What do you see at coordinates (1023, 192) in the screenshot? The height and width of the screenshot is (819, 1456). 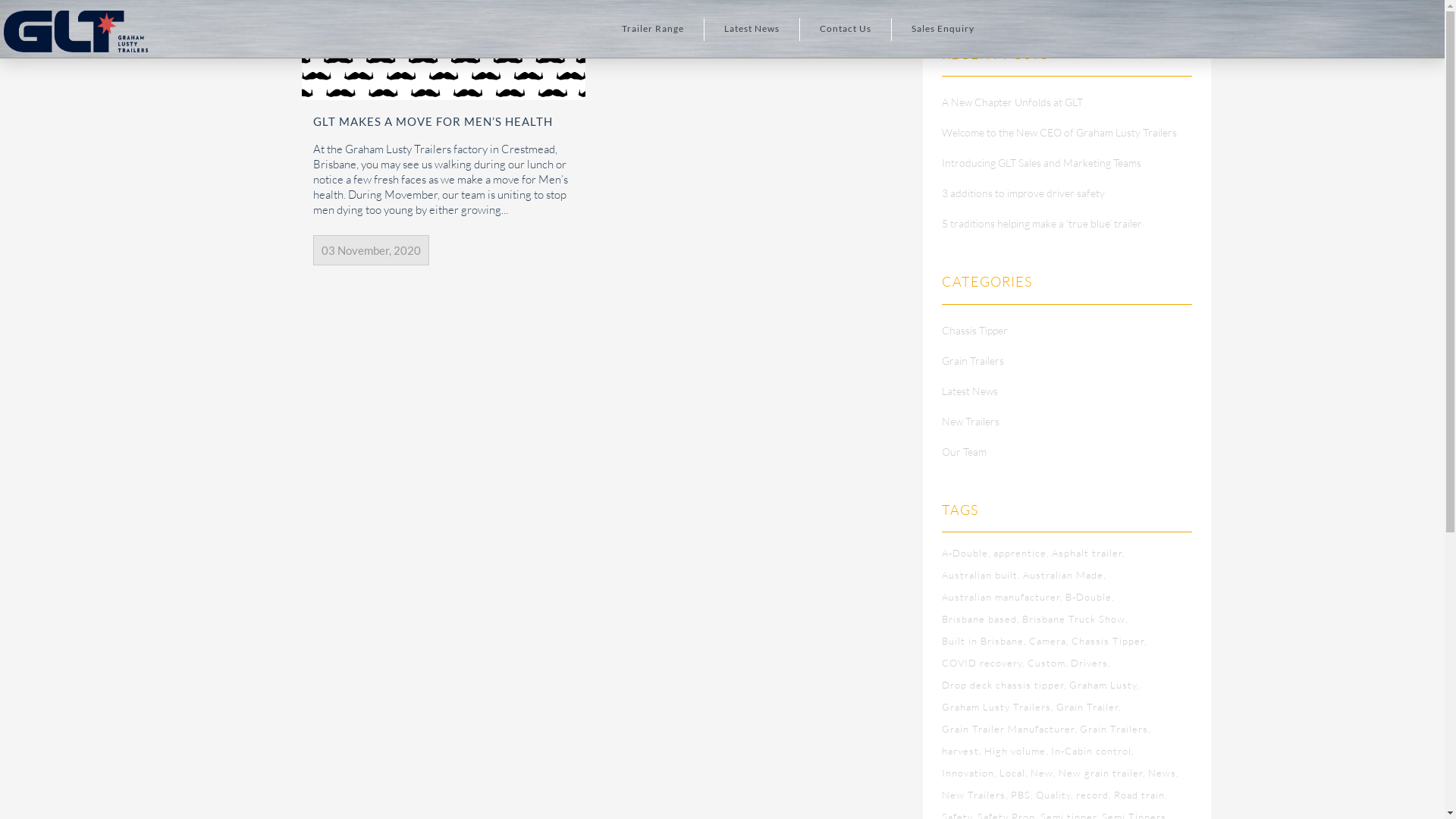 I see `'3 additions to improve driver safety'` at bounding box center [1023, 192].